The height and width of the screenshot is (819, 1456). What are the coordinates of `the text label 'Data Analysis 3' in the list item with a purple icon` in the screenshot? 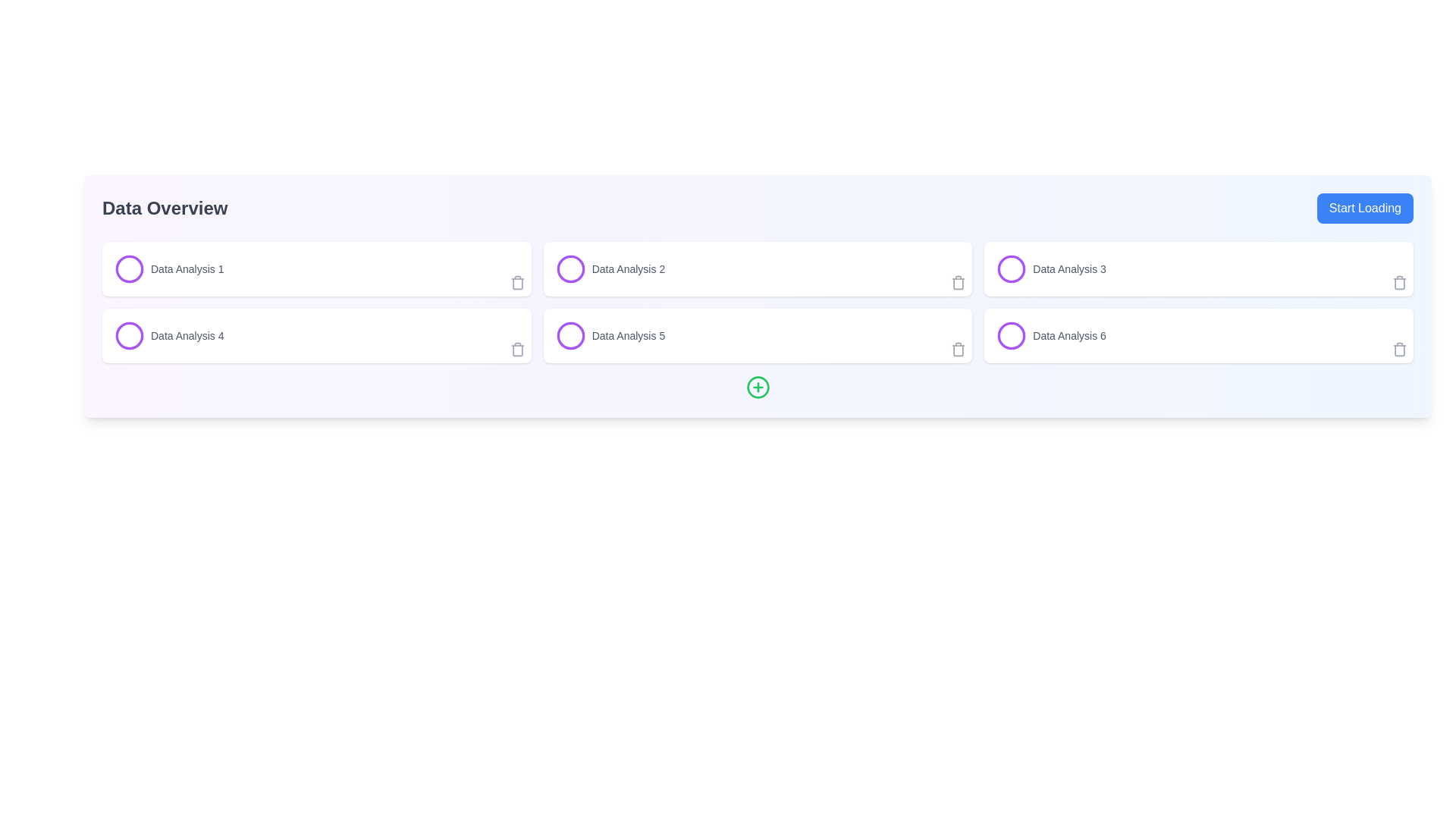 It's located at (1050, 268).